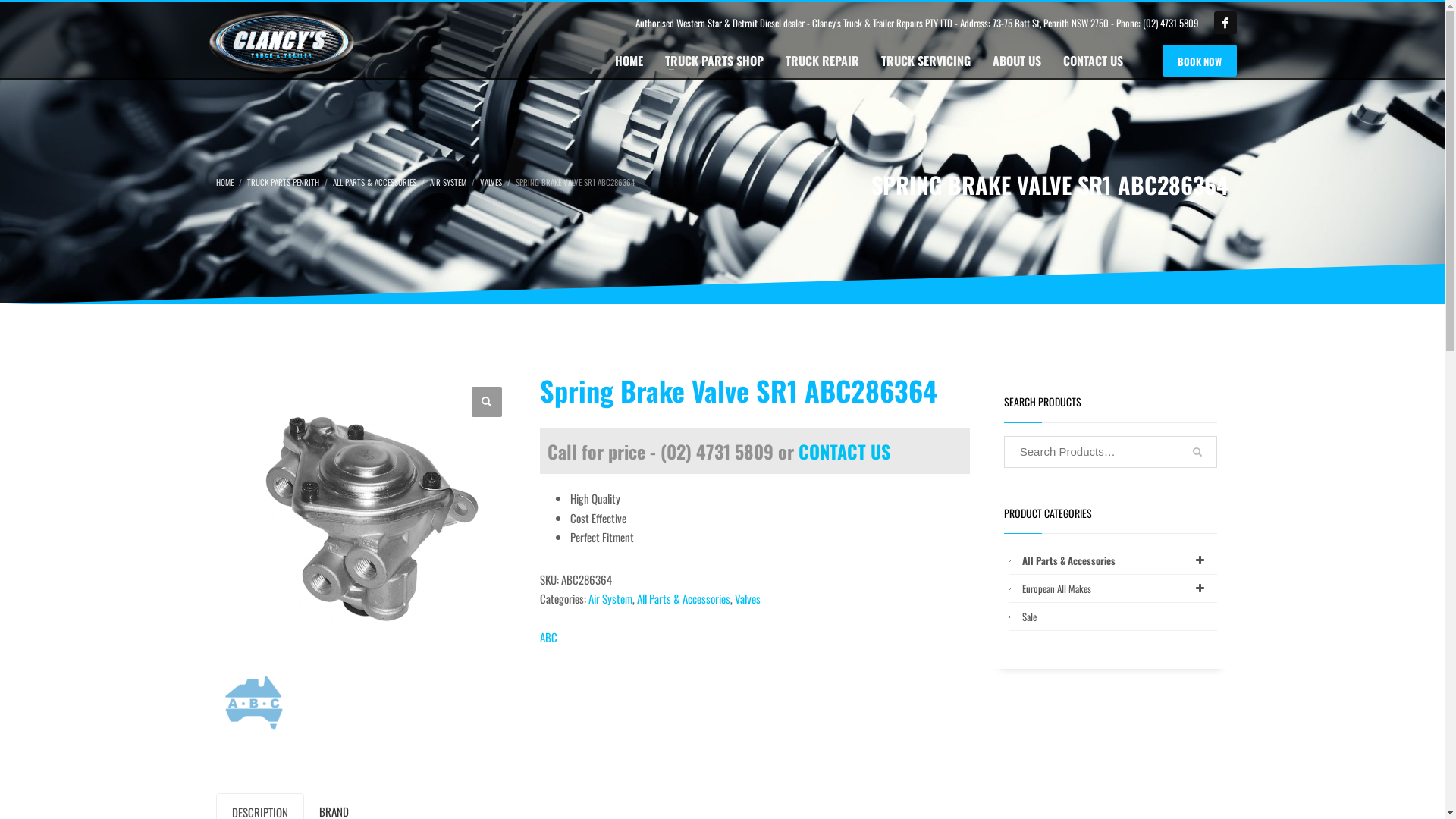 This screenshot has height=819, width=1456. What do you see at coordinates (713, 60) in the screenshot?
I see `'TRUCK PARTS SHOP'` at bounding box center [713, 60].